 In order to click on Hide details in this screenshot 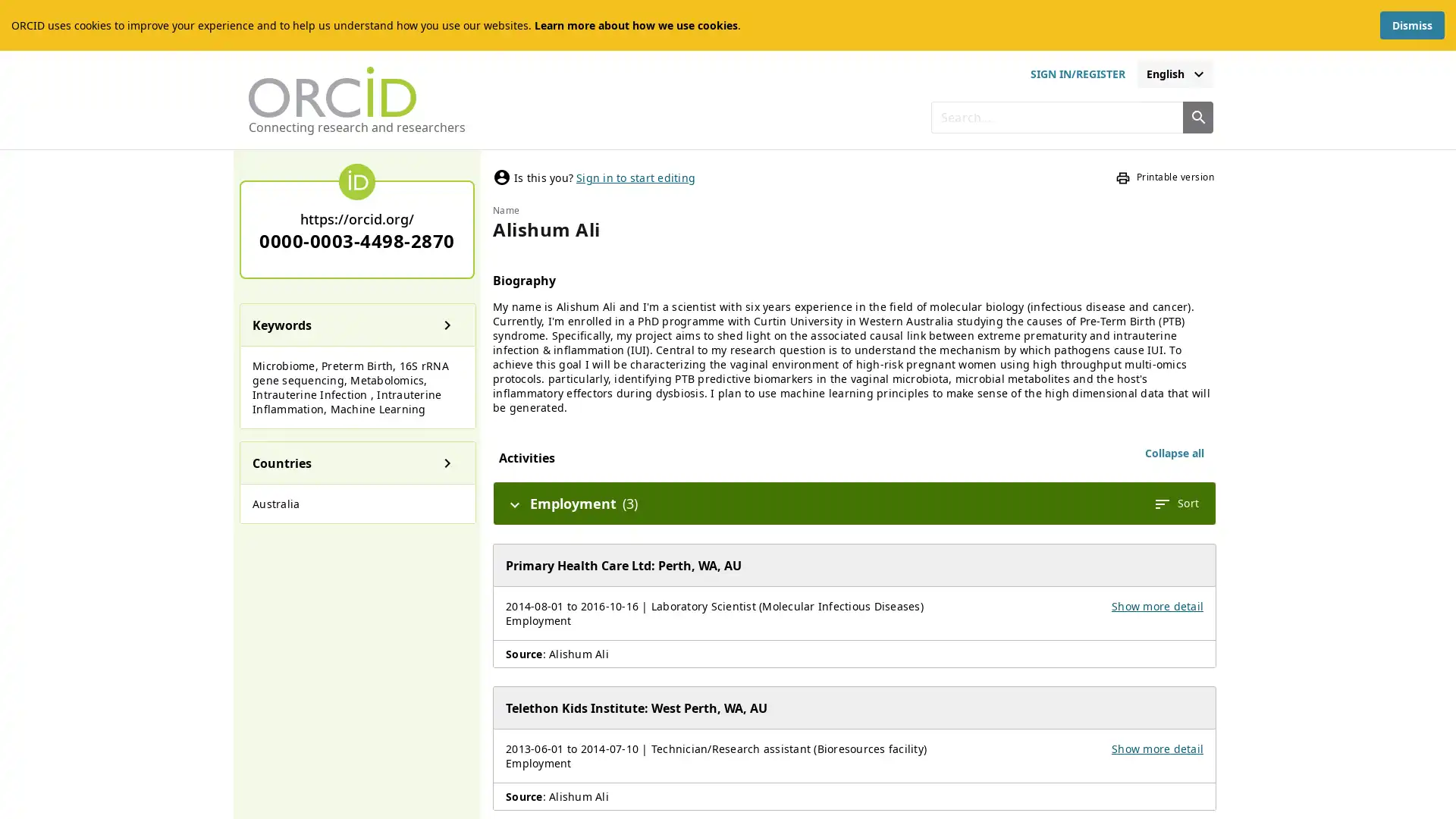, I will do `click(514, 503)`.